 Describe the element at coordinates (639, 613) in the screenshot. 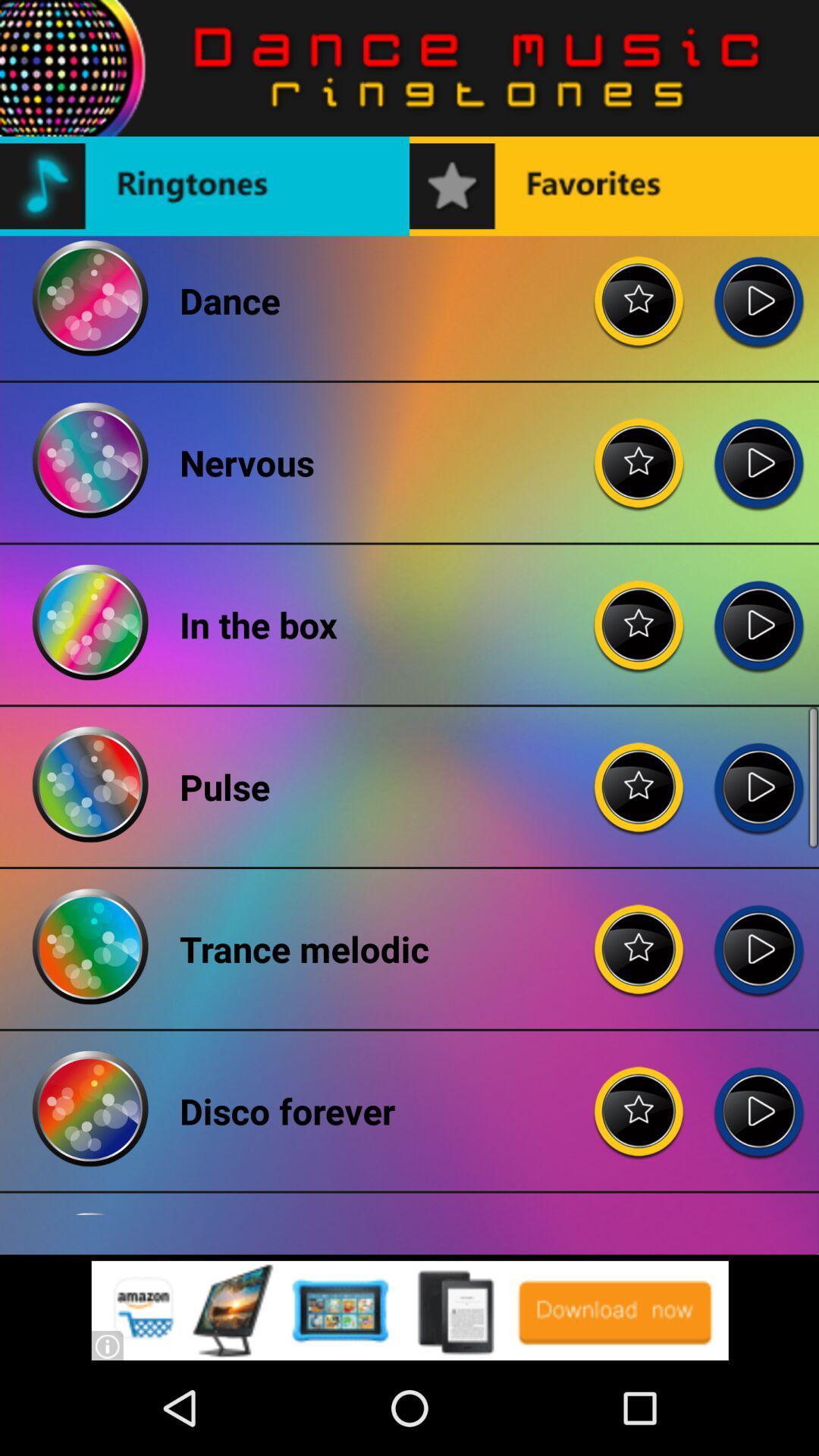

I see `favorite option` at that location.